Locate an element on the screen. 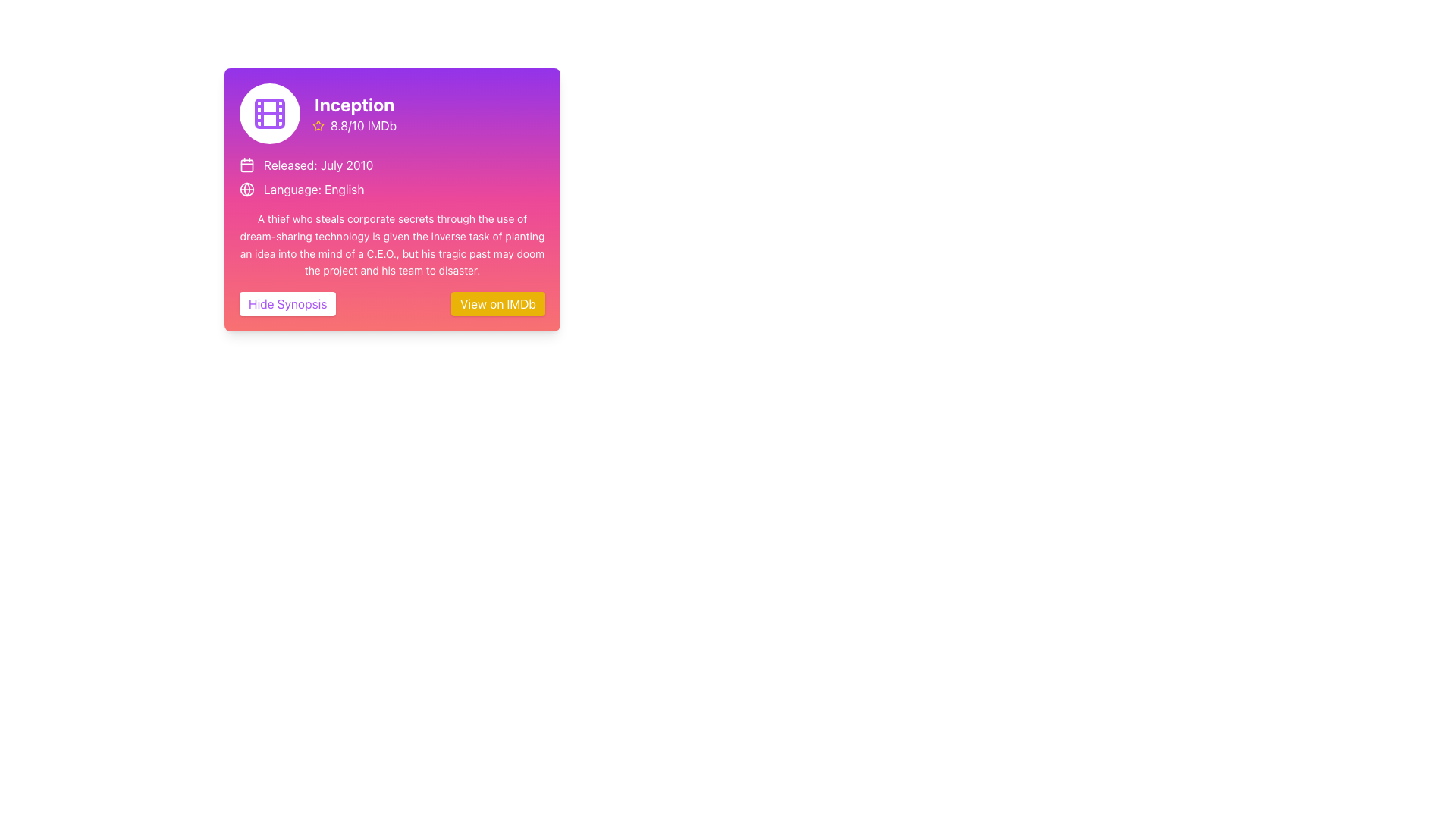 This screenshot has width=1456, height=819. text of the label displaying the language, which shows 'Language: English' located to the right of a globe icon in a horizontal layout is located at coordinates (313, 189).